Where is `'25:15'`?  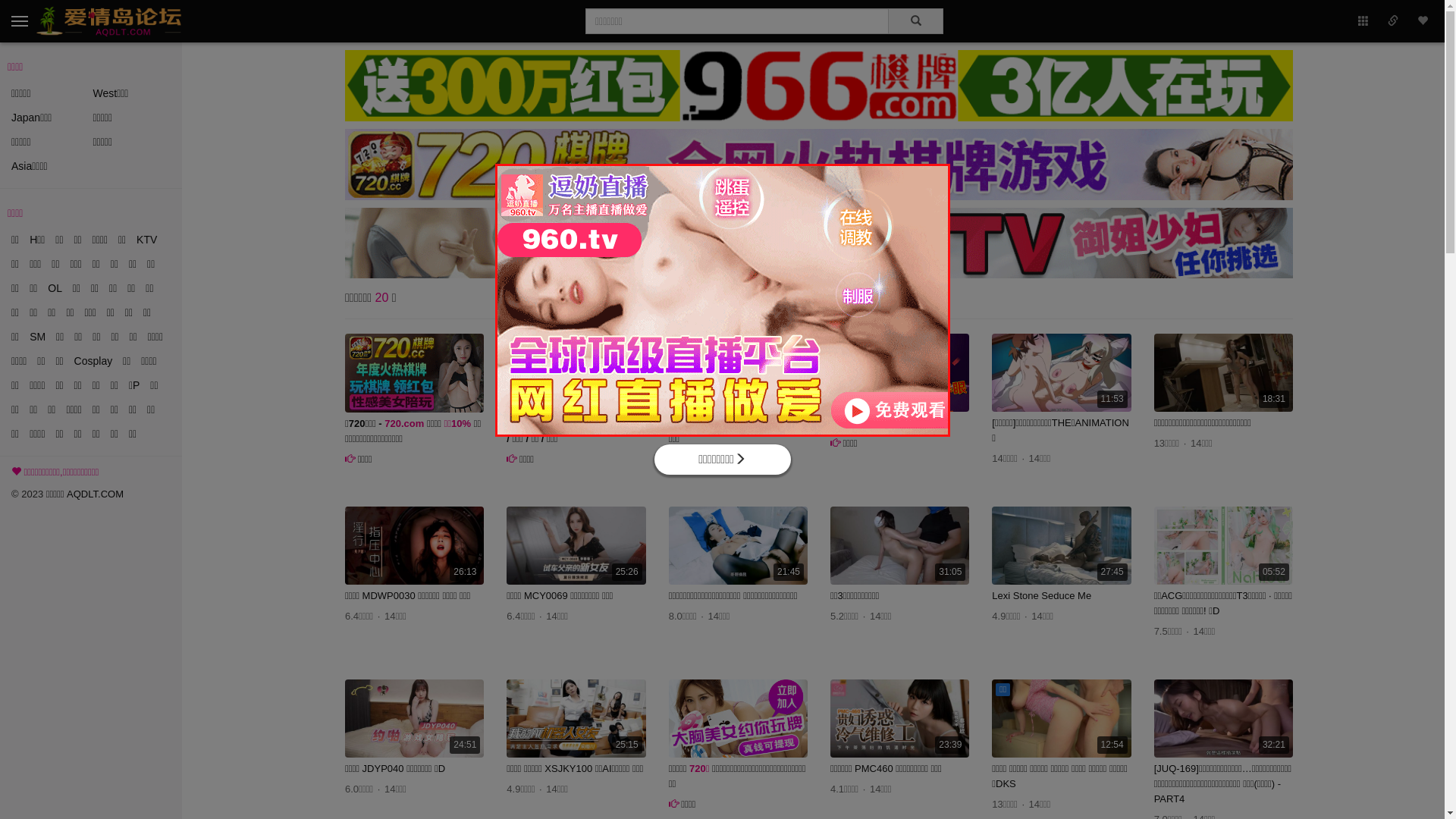 '25:15' is located at coordinates (575, 717).